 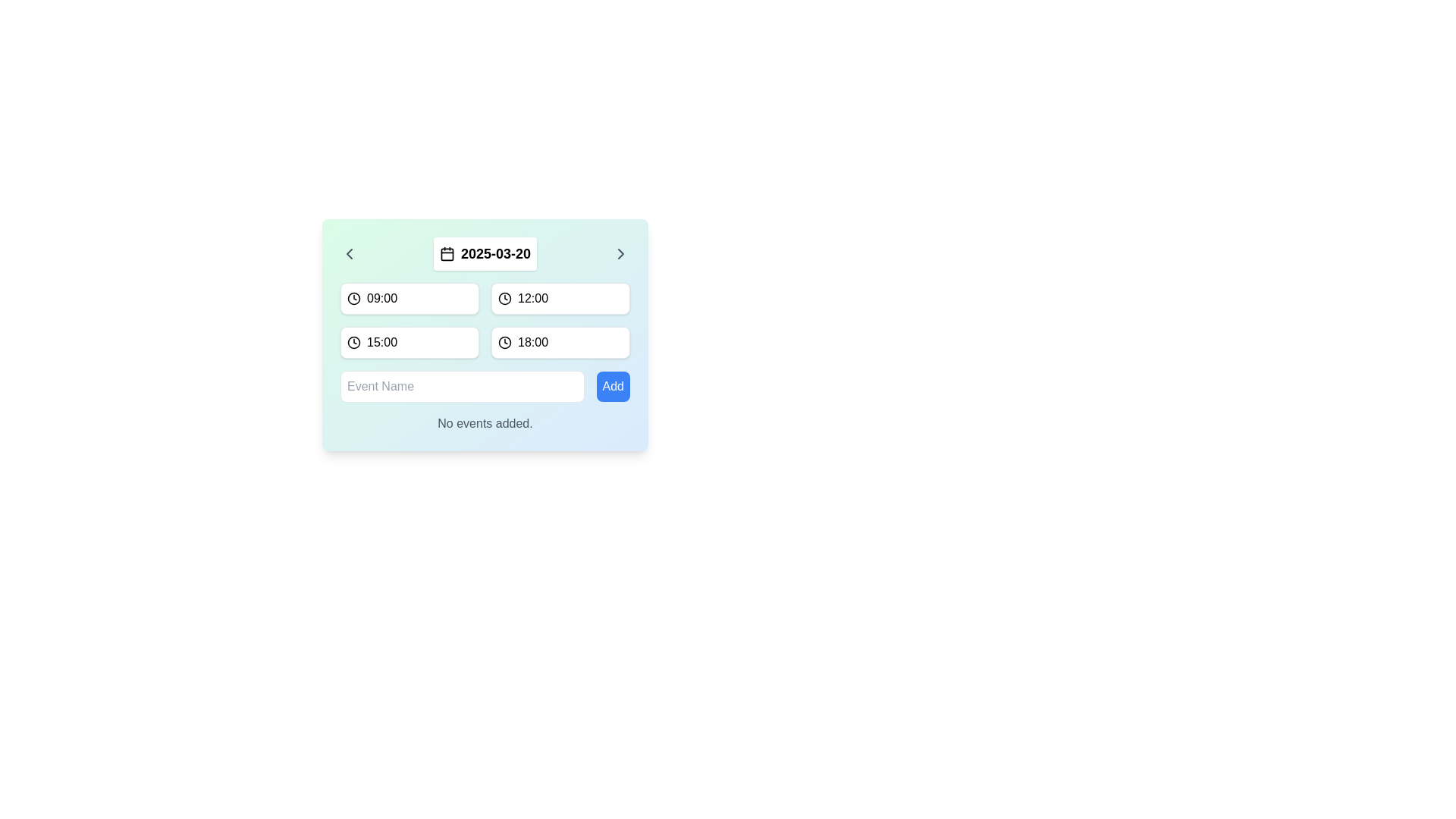 What do you see at coordinates (495, 253) in the screenshot?
I see `the Text Label that displays the selected date, which is located inside a small white rectangular block with rounded corners and a shadow effect, positioned in the top-middle section of the interface beside a calendar icon` at bounding box center [495, 253].